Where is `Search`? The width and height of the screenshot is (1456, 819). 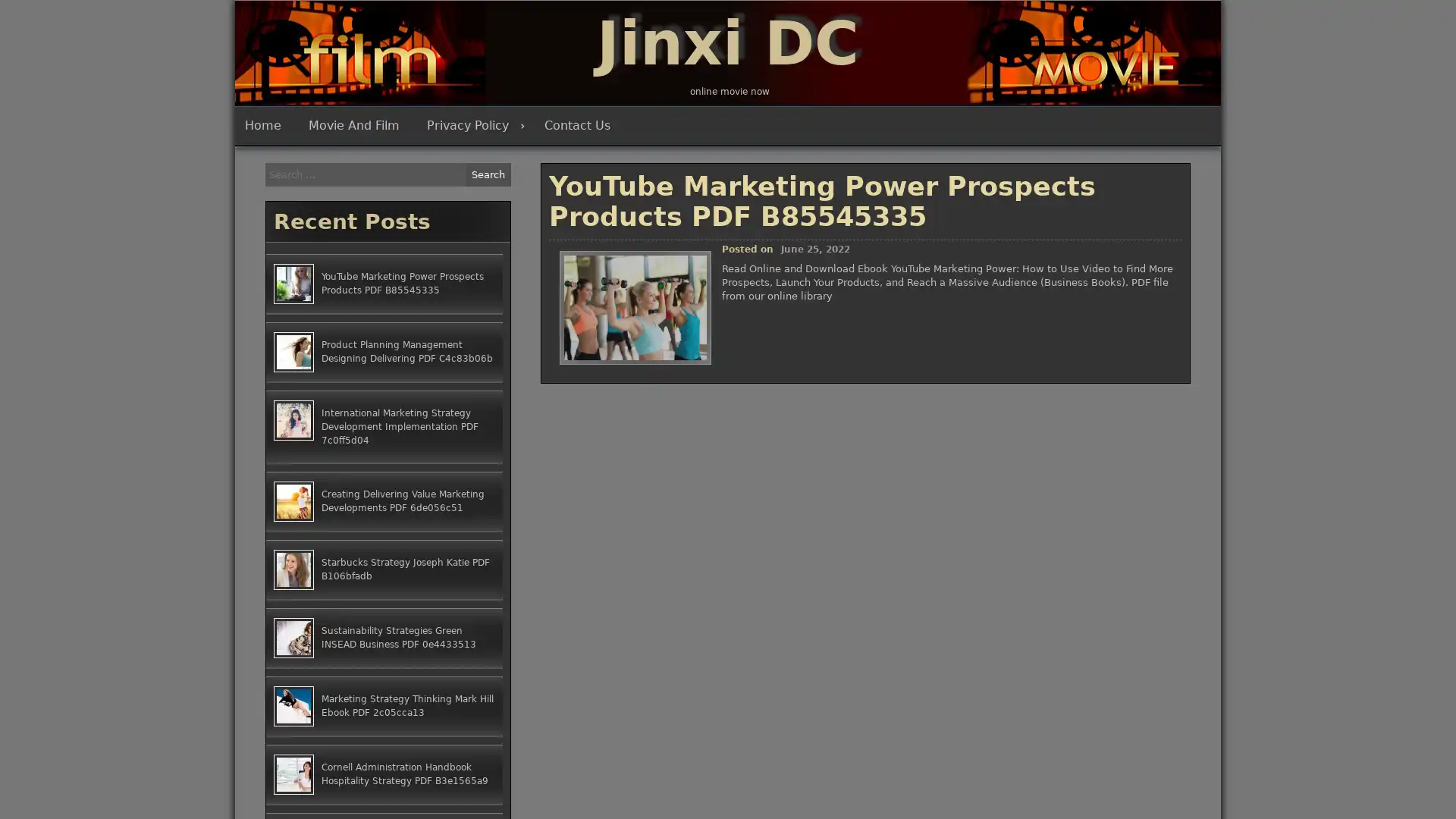
Search is located at coordinates (488, 174).